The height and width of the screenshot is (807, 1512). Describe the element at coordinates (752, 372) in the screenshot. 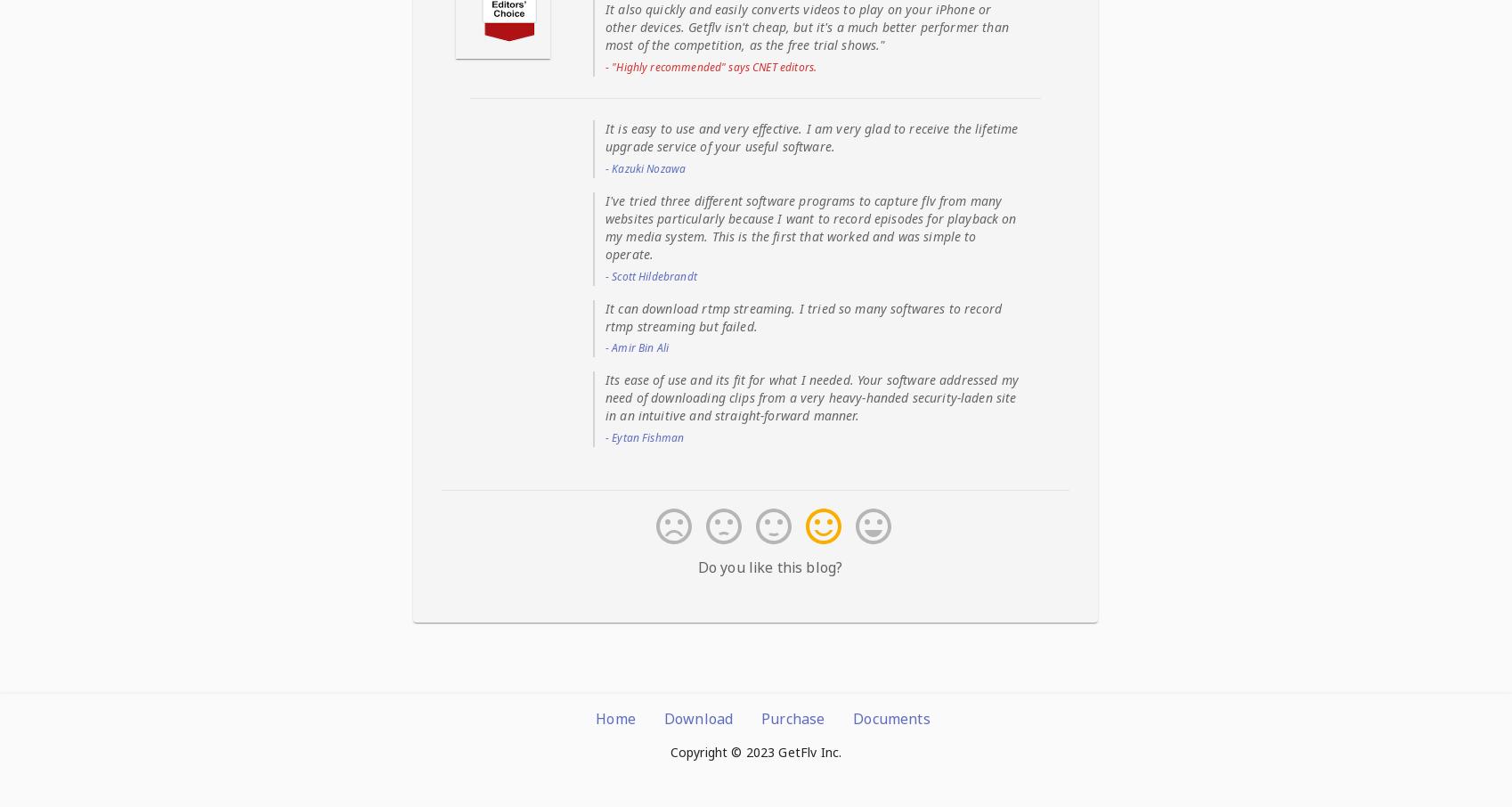

I see `'Please try other powerful methods of Mac Video Downloader to download your video if above instruction can't help you. Get more detailed Step-by-Step'` at that location.